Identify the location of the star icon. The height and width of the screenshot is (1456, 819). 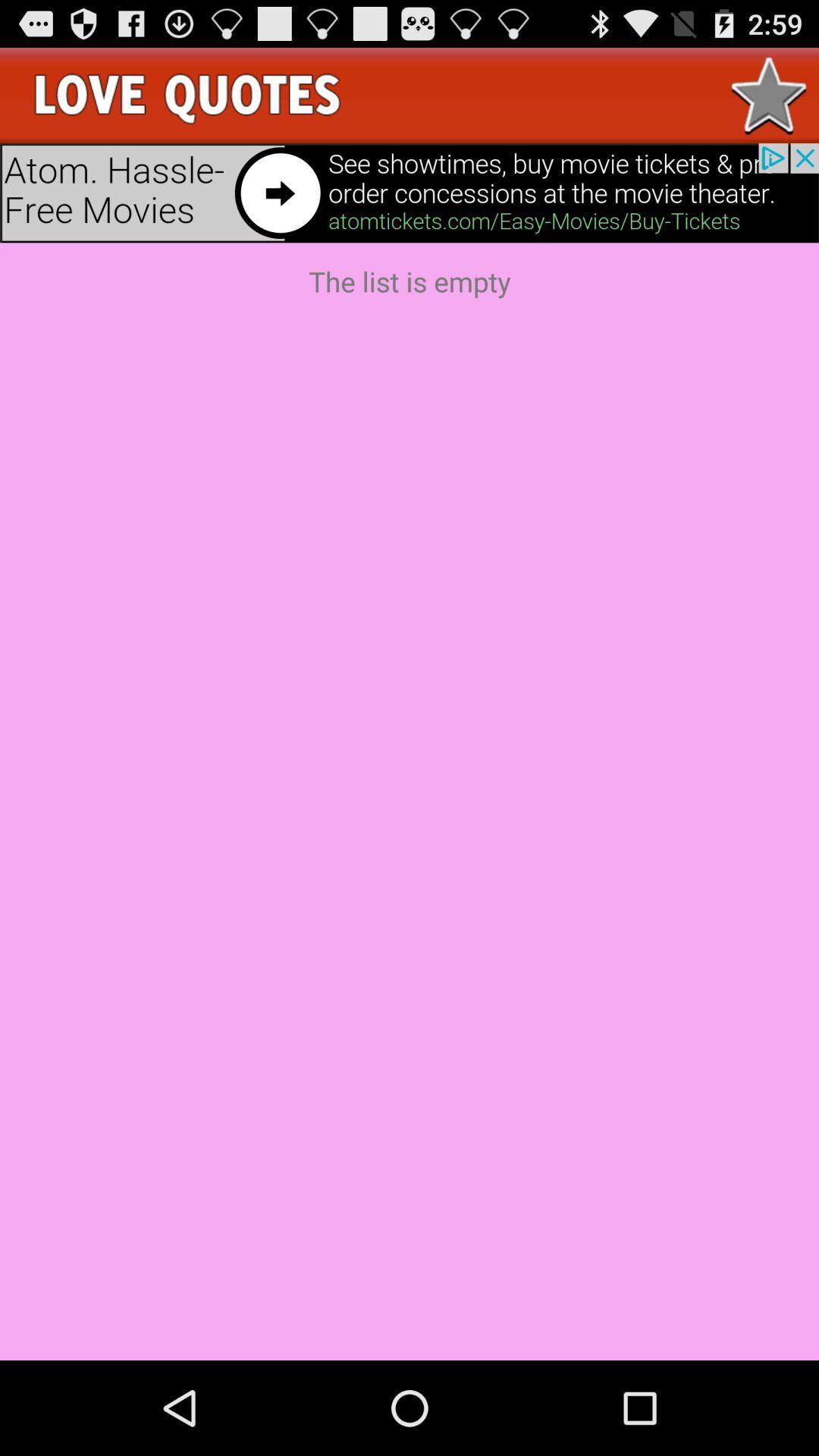
(769, 101).